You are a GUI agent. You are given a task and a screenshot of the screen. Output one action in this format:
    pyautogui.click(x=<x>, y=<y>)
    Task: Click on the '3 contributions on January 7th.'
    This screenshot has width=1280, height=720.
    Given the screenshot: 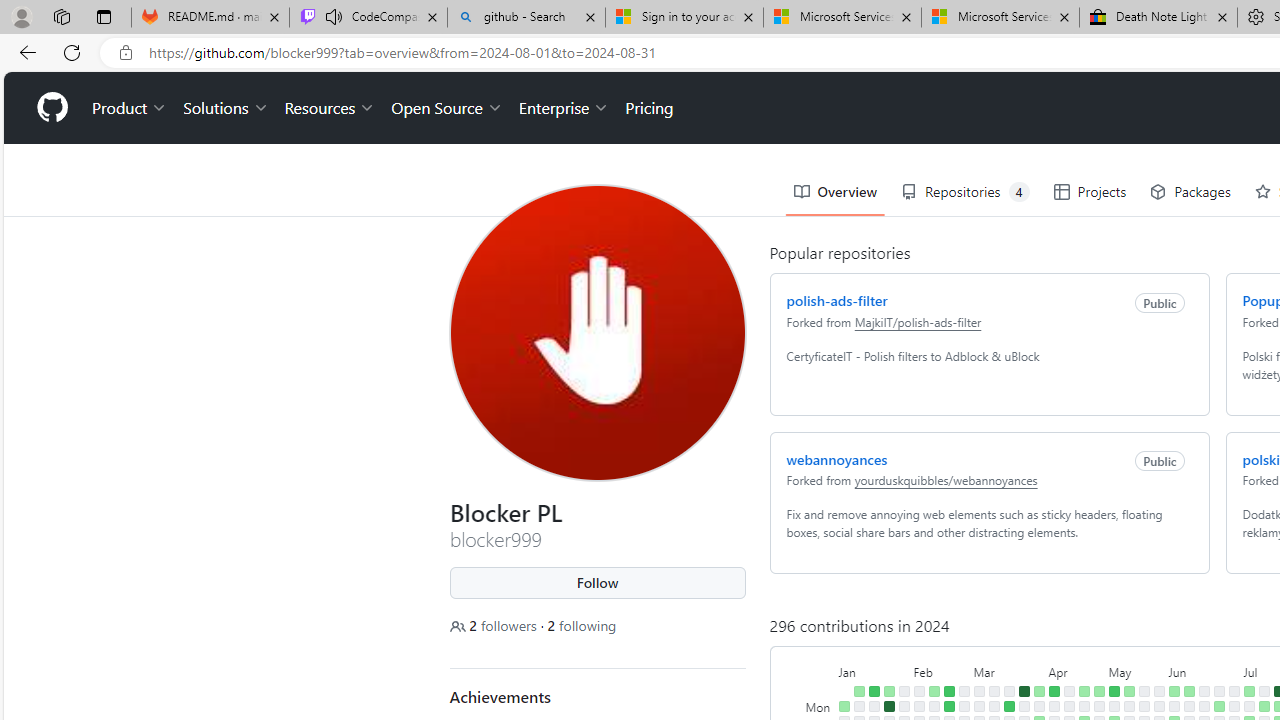 What is the action you would take?
    pyautogui.click(x=858, y=690)
    